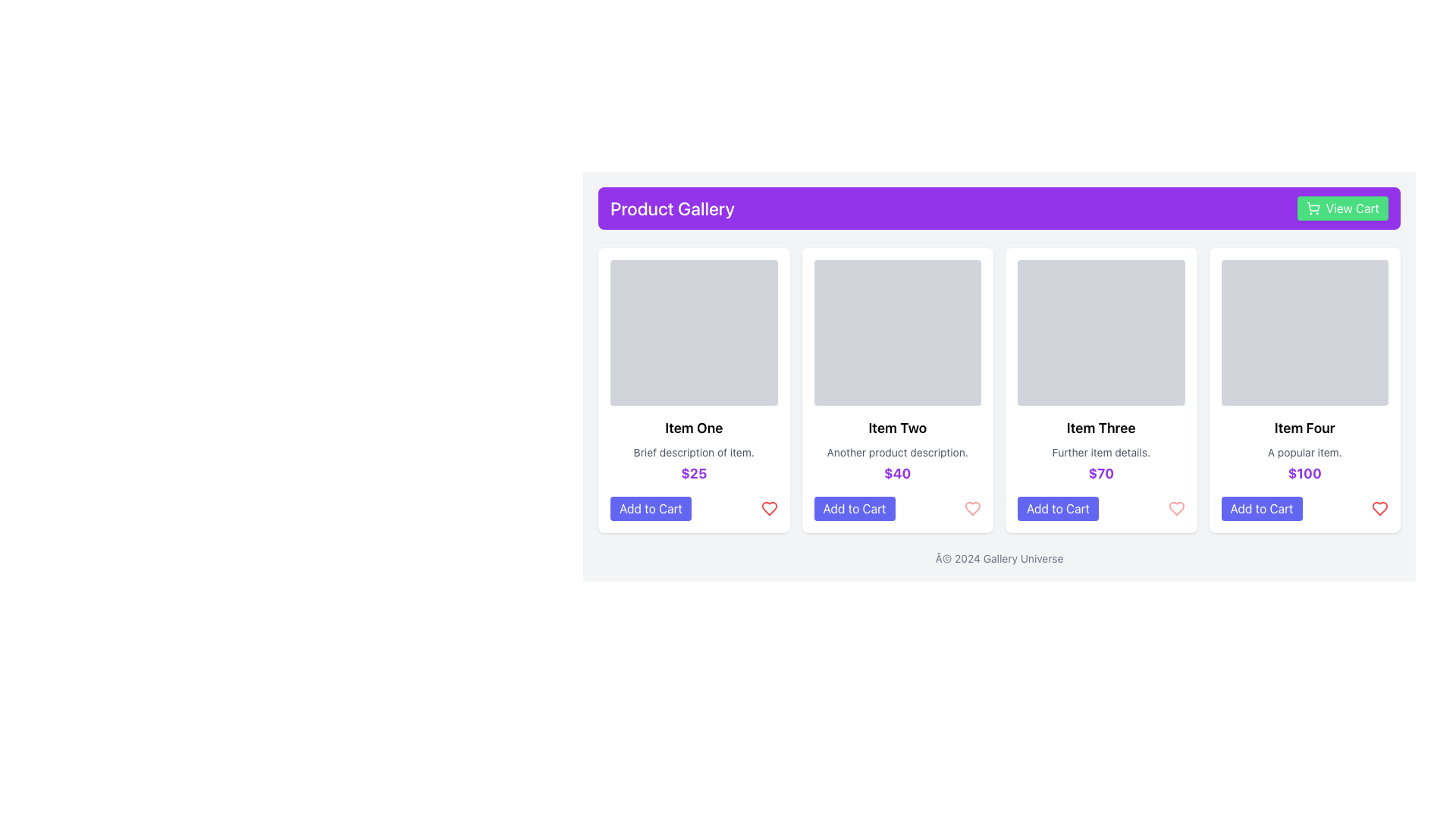 This screenshot has height=819, width=1456. Describe the element at coordinates (693, 428) in the screenshot. I see `text label 'Item One' displayed in bold, black font, positioned directly above the item's description and below the image placeholder within the card for 'Item One'` at that location.